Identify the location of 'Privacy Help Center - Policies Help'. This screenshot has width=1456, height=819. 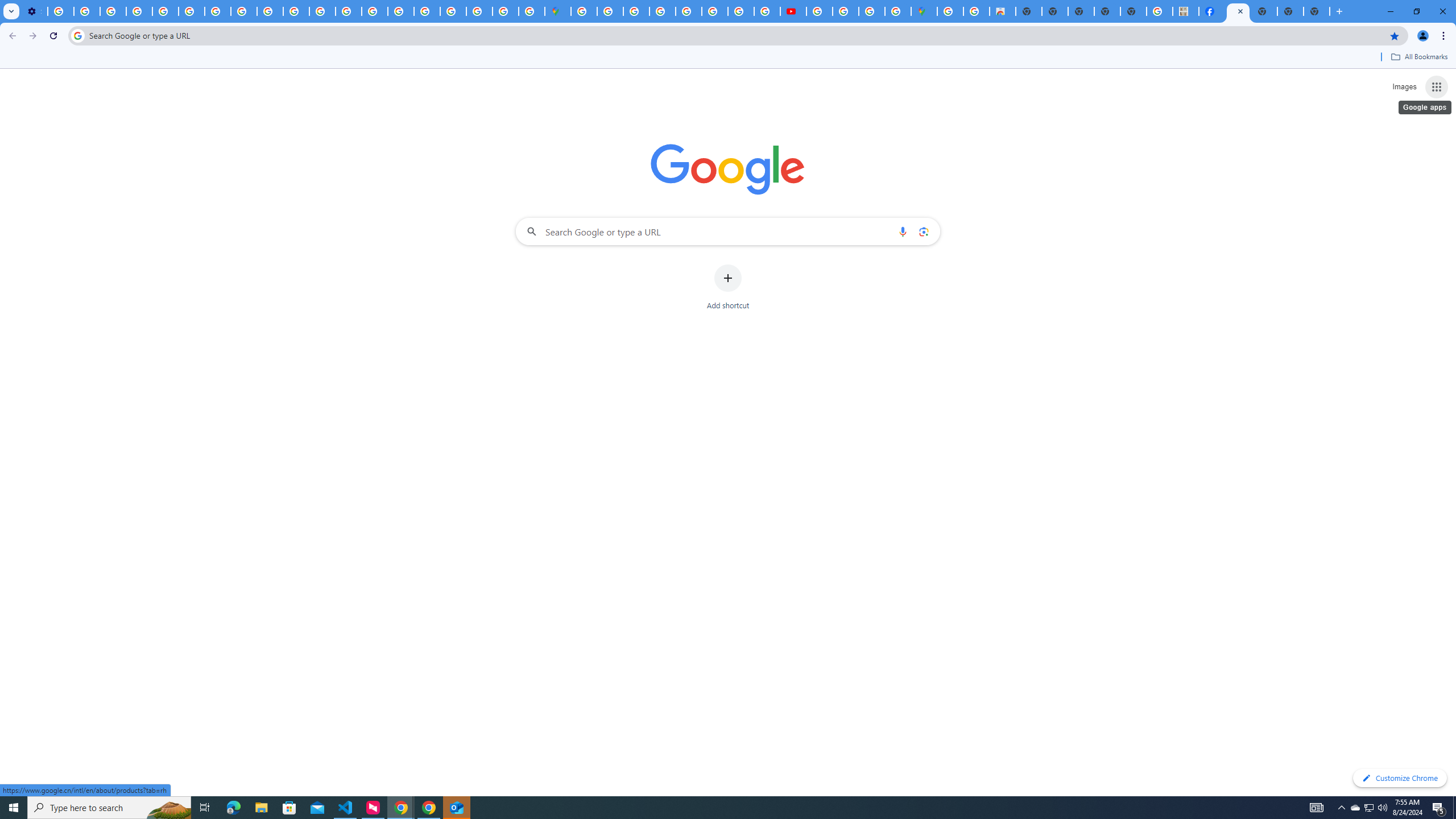
(164, 11).